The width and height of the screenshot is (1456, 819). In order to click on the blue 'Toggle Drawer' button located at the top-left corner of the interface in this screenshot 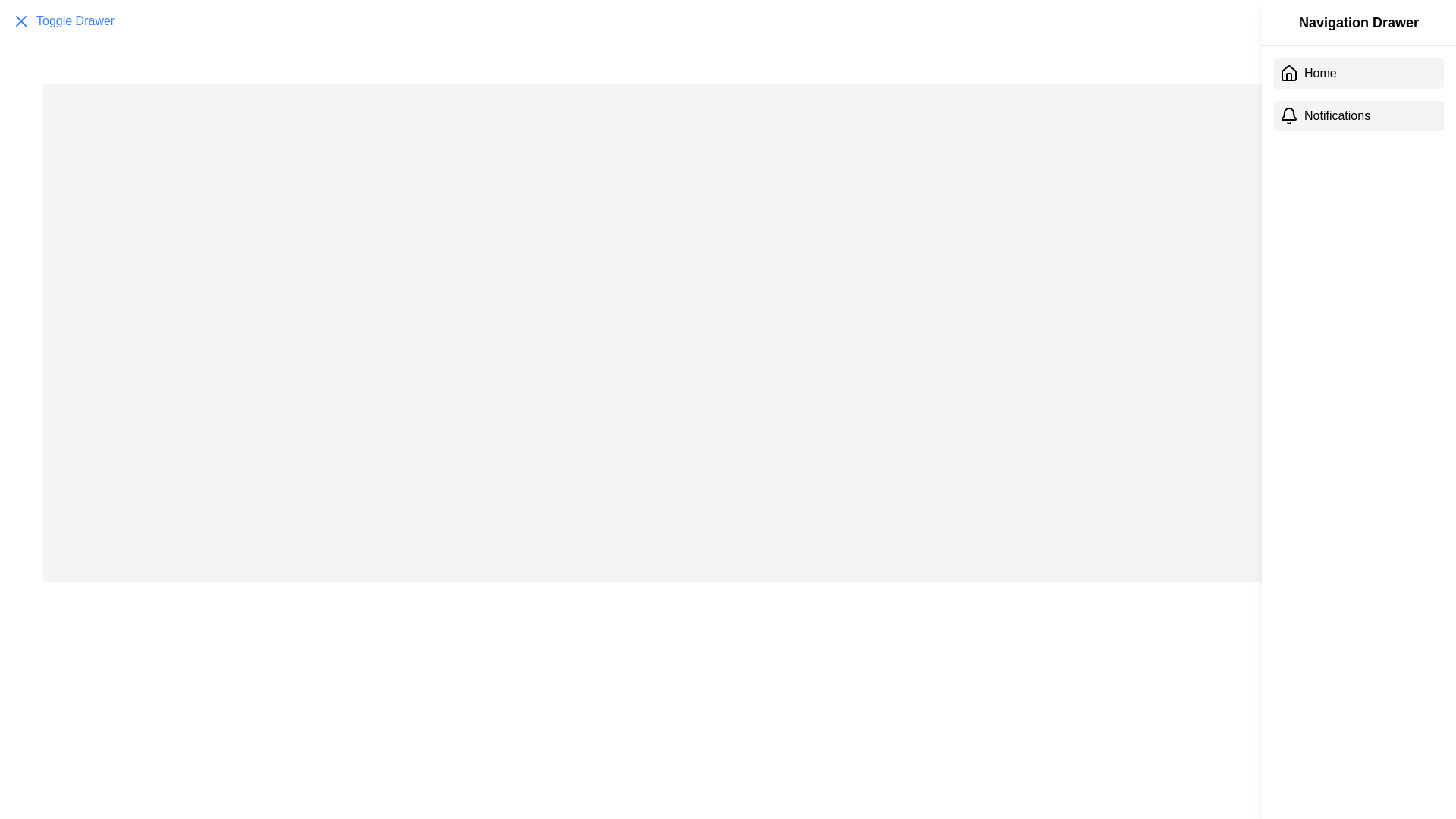, I will do `click(62, 20)`.